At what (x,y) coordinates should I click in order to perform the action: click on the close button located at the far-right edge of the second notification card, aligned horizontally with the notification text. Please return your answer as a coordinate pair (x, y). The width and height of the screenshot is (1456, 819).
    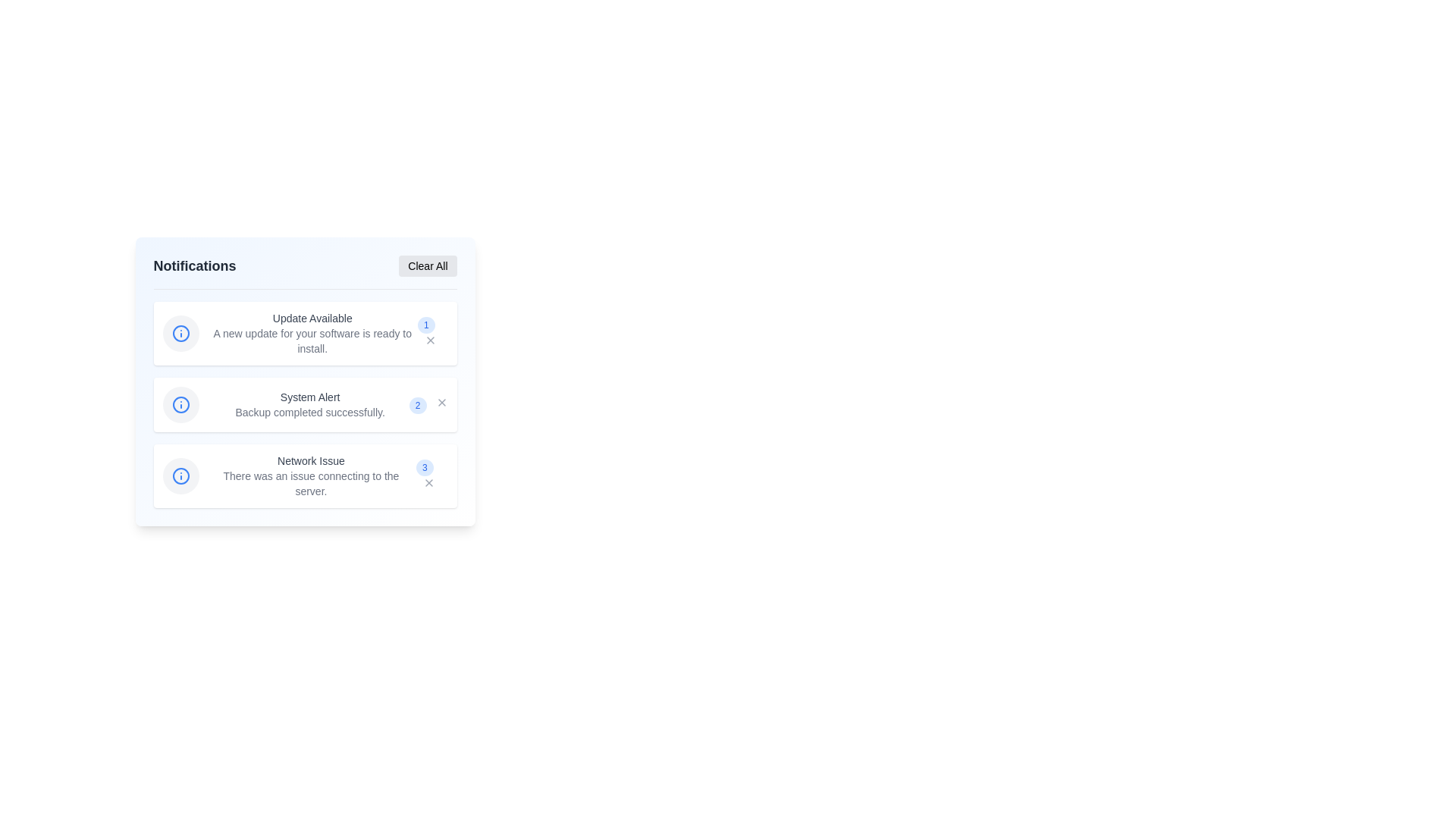
    Looking at the image, I should click on (441, 402).